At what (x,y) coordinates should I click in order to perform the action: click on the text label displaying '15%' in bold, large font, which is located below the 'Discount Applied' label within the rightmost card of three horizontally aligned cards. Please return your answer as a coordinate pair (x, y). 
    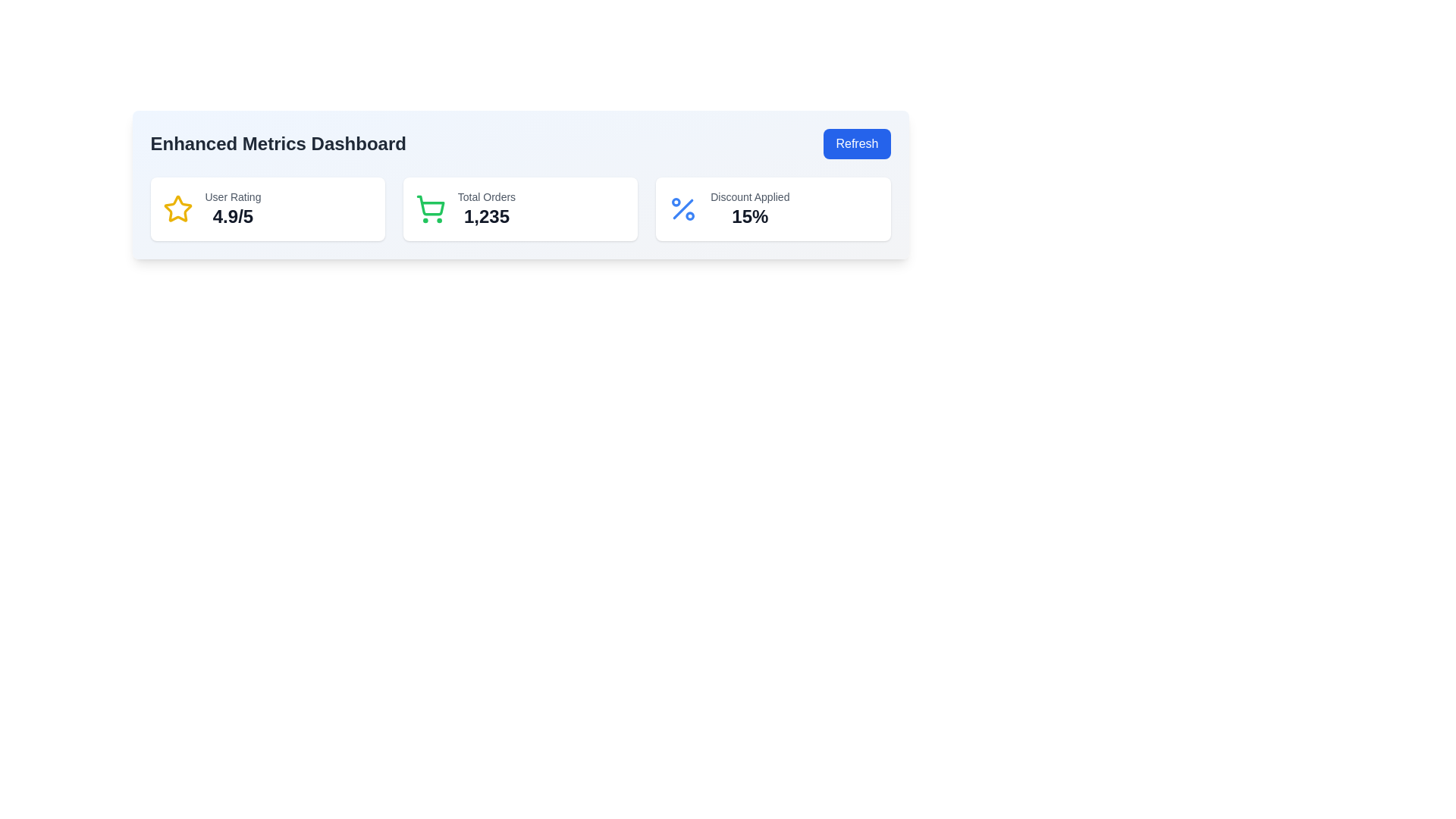
    Looking at the image, I should click on (750, 216).